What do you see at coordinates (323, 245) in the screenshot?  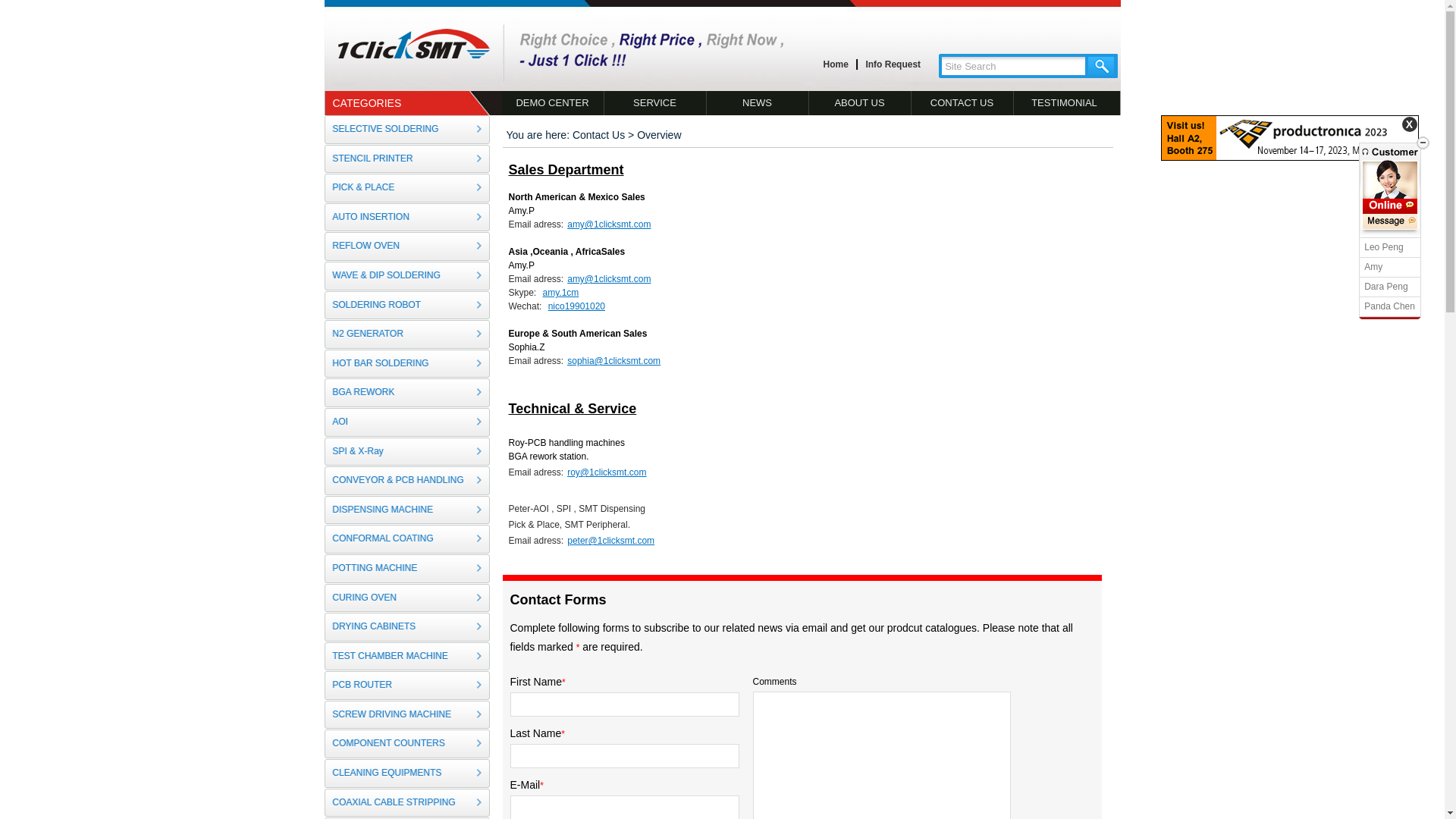 I see `'REFLOW OVEN'` at bounding box center [323, 245].